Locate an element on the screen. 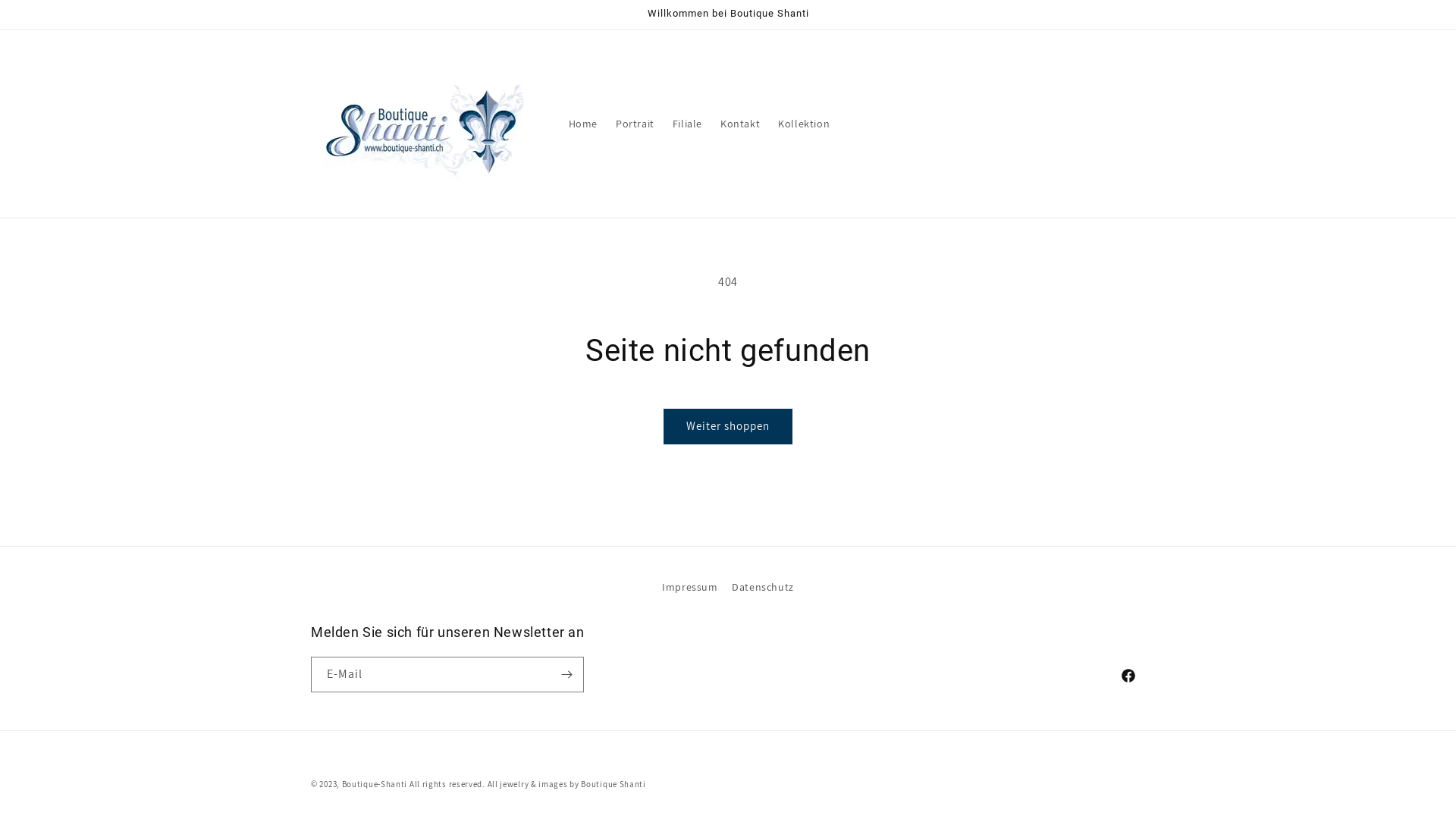 This screenshot has width=1456, height=819. 'Warenkorb' is located at coordinates (1131, 122).